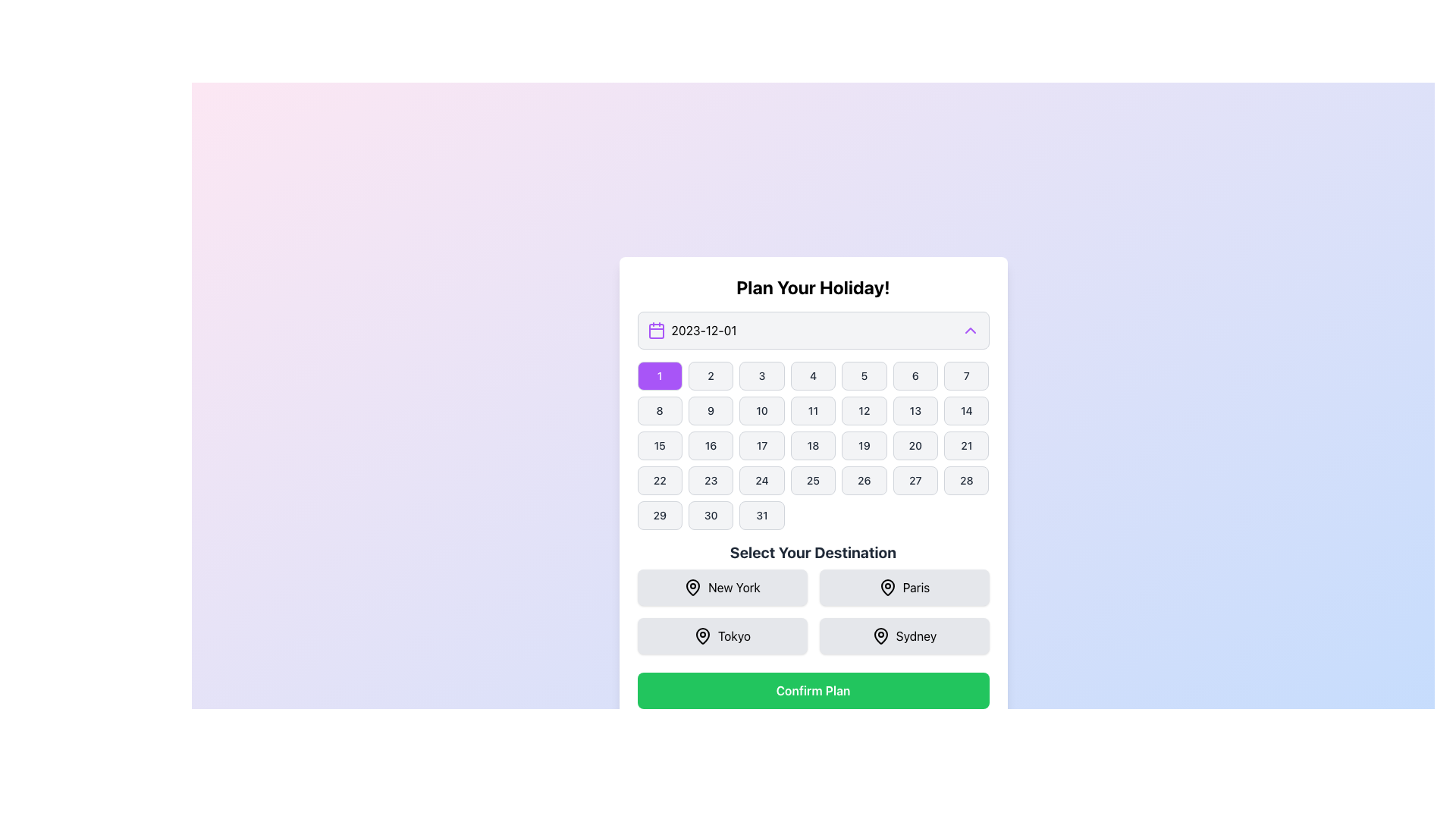  What do you see at coordinates (656, 329) in the screenshot?
I see `the date selector icon located to the left of the text '2023-12-01'` at bounding box center [656, 329].